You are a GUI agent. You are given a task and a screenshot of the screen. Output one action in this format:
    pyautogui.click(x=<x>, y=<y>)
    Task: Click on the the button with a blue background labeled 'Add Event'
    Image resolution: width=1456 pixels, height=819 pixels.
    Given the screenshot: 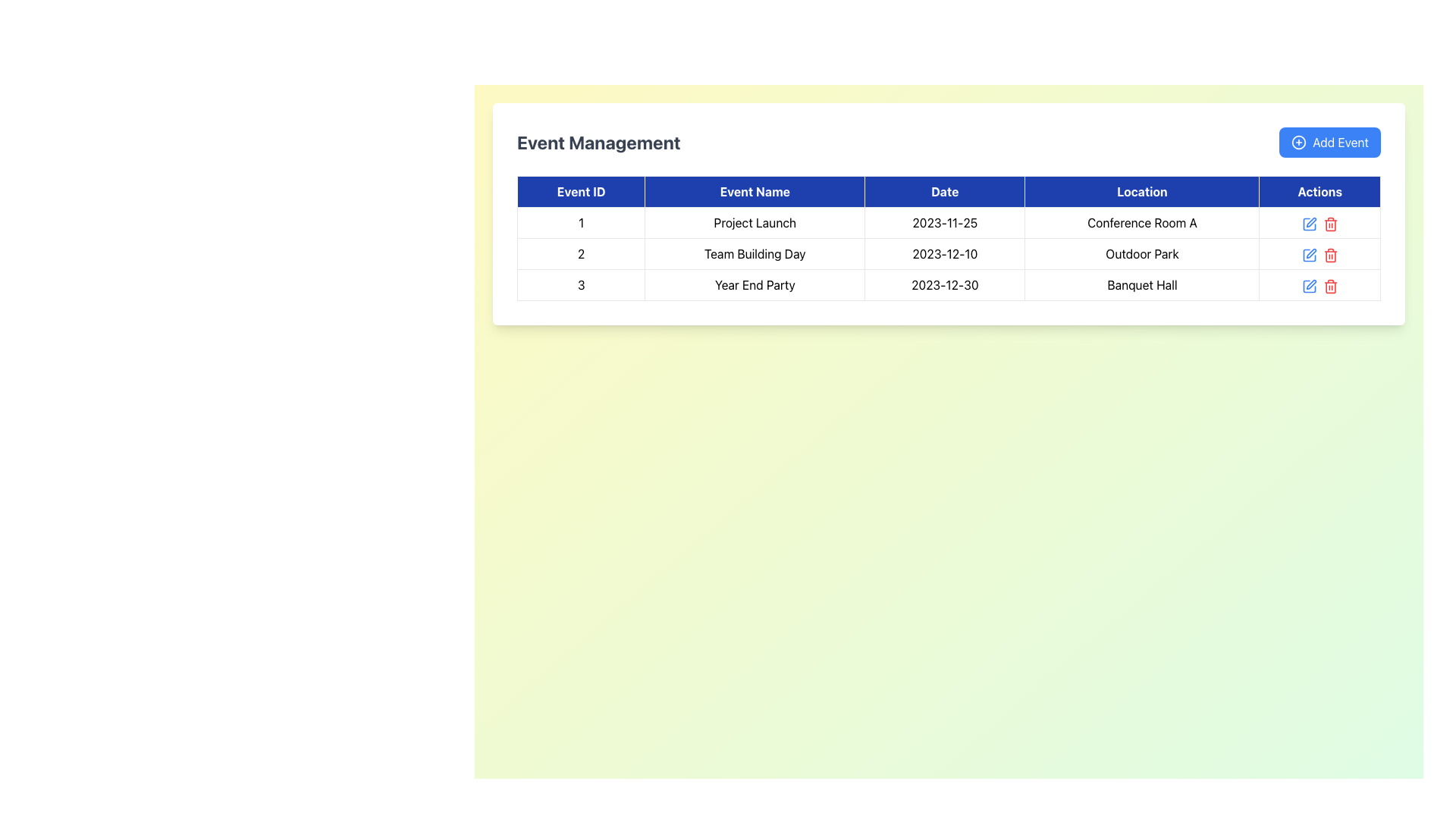 What is the action you would take?
    pyautogui.click(x=1329, y=143)
    